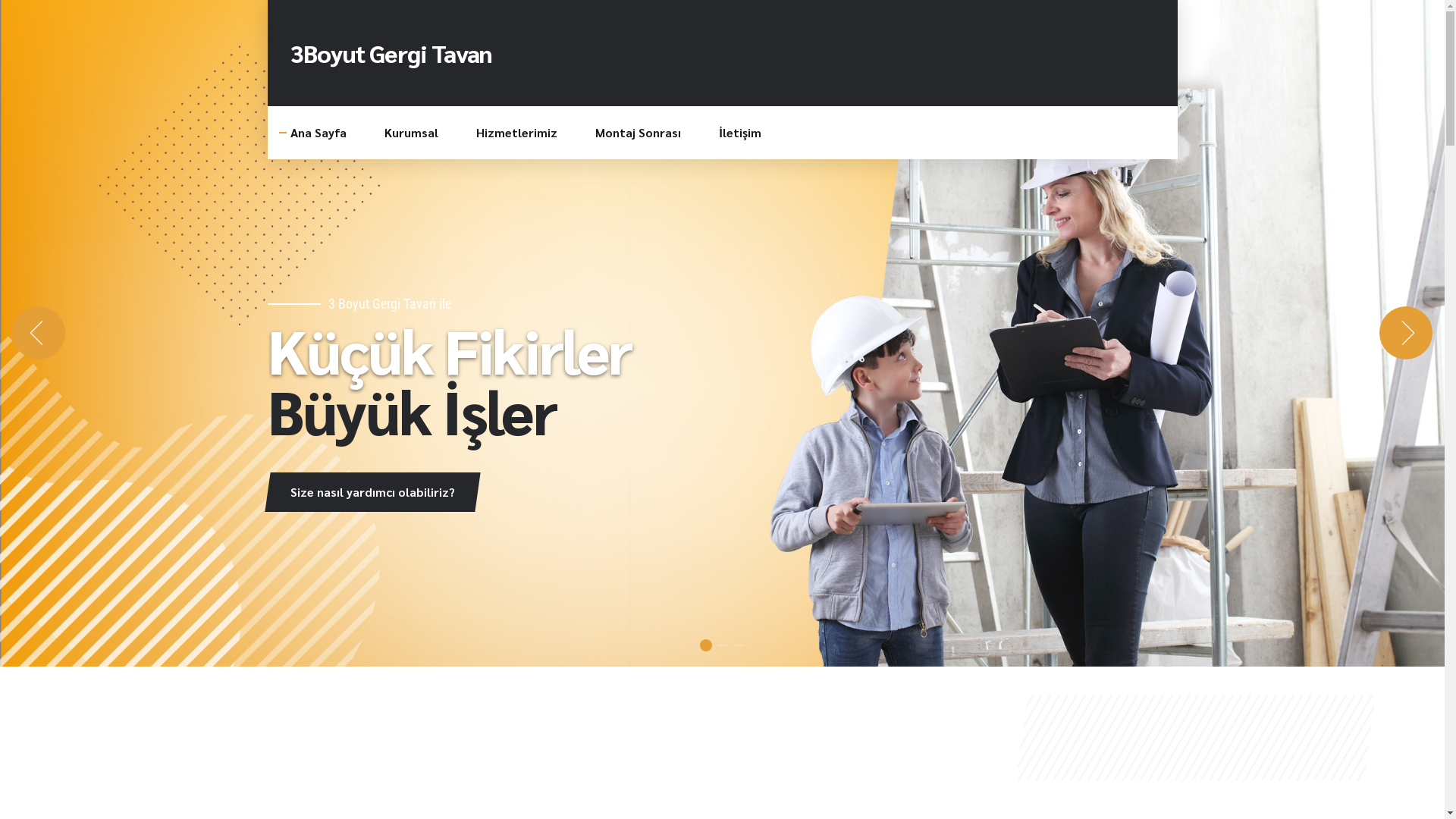 The width and height of the screenshot is (1456, 819). What do you see at coordinates (391, 52) in the screenshot?
I see `'3Boyut Gergi Tavan'` at bounding box center [391, 52].